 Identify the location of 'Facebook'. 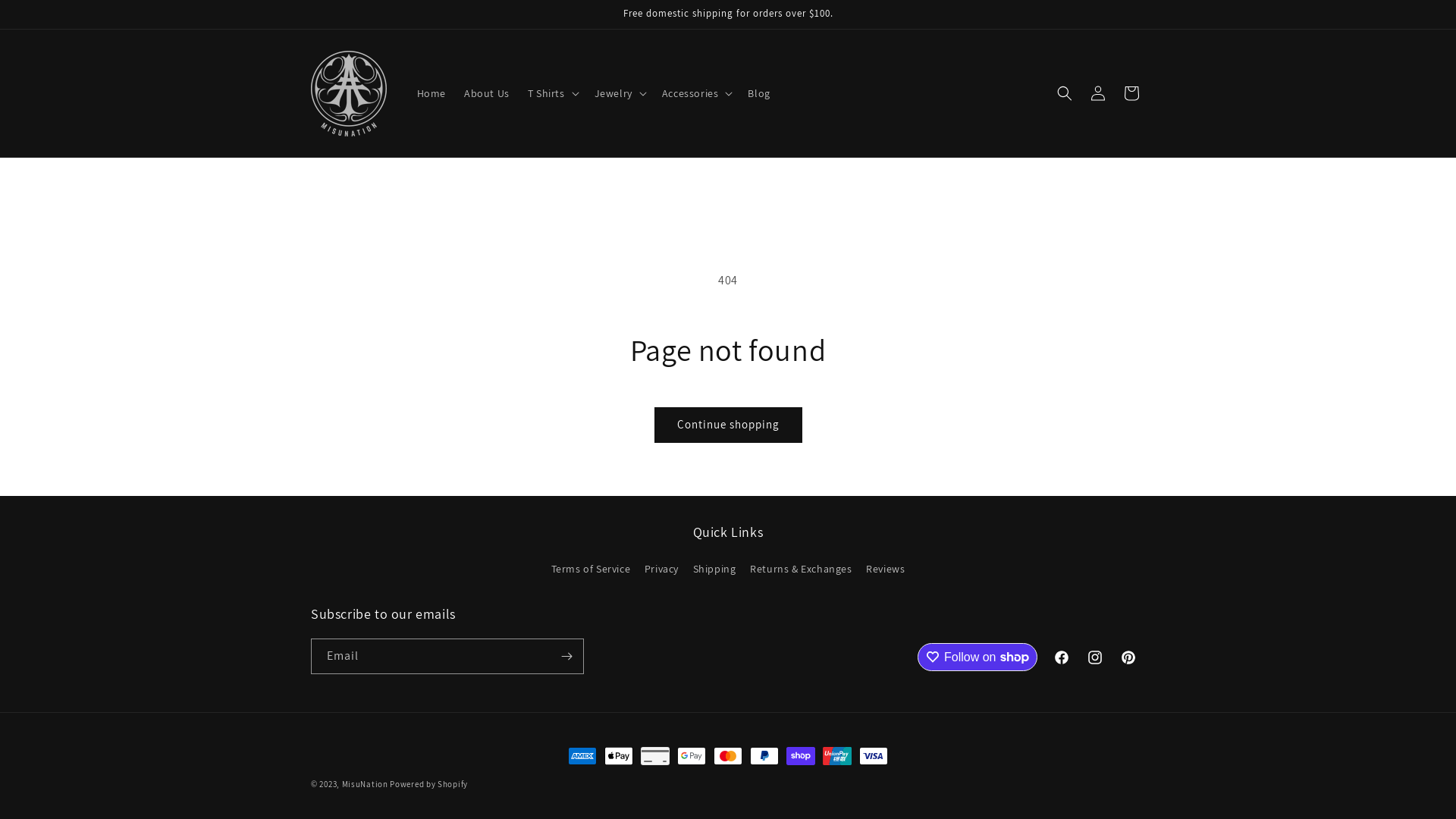
(1061, 657).